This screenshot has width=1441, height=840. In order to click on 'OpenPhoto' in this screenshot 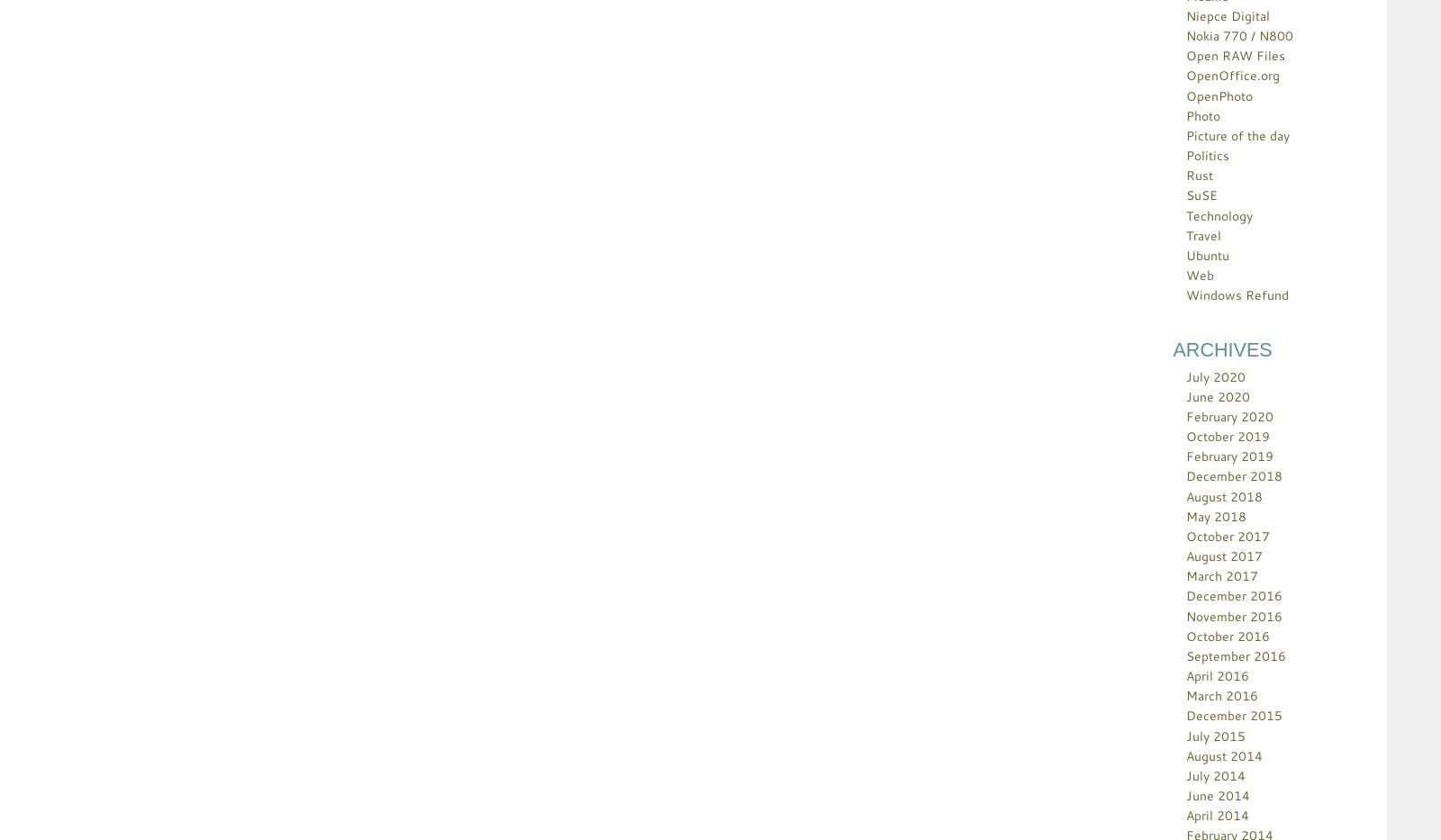, I will do `click(1218, 94)`.